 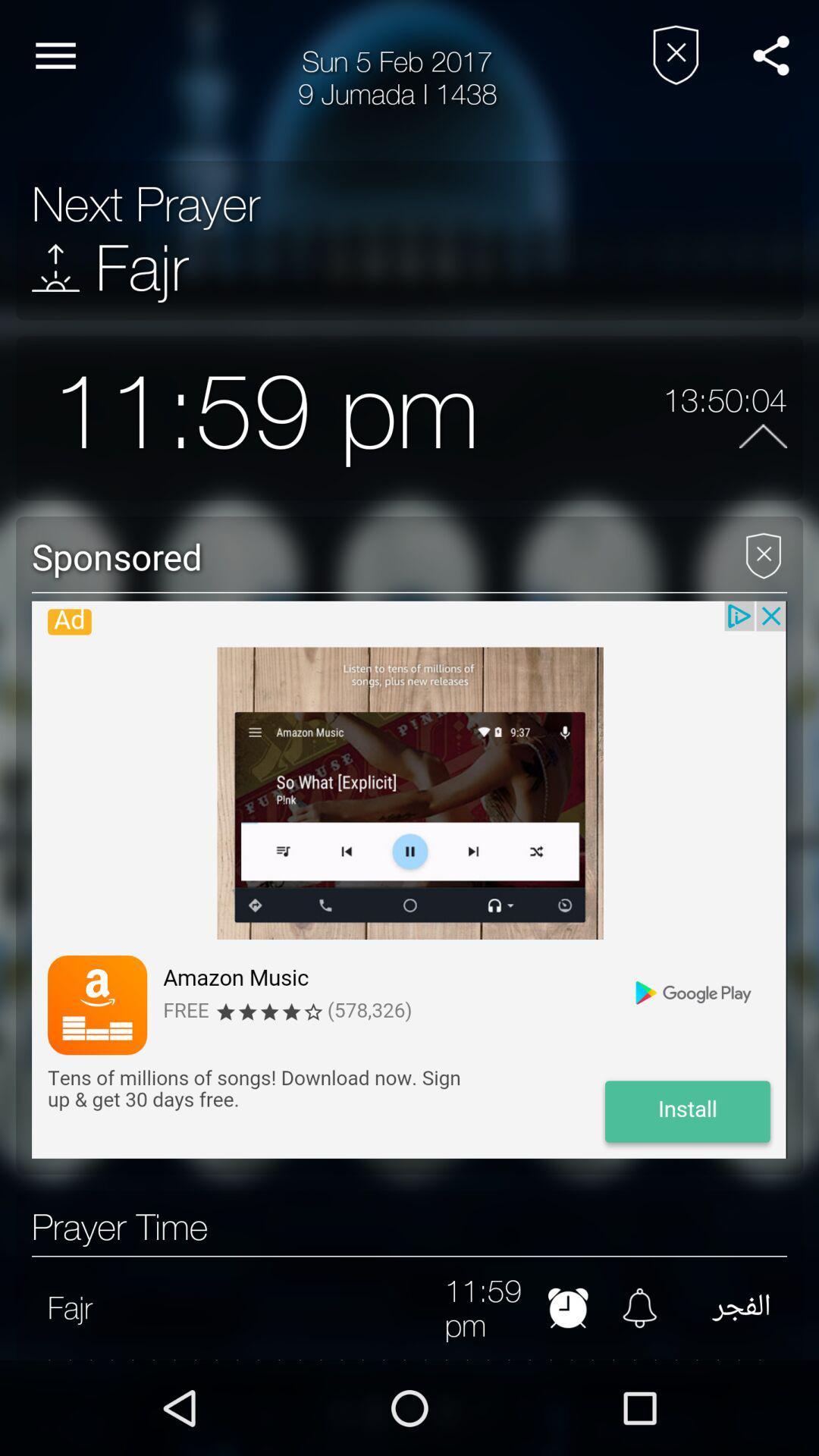 I want to click on the item above 11:59 pm item, so click(x=409, y=1256).